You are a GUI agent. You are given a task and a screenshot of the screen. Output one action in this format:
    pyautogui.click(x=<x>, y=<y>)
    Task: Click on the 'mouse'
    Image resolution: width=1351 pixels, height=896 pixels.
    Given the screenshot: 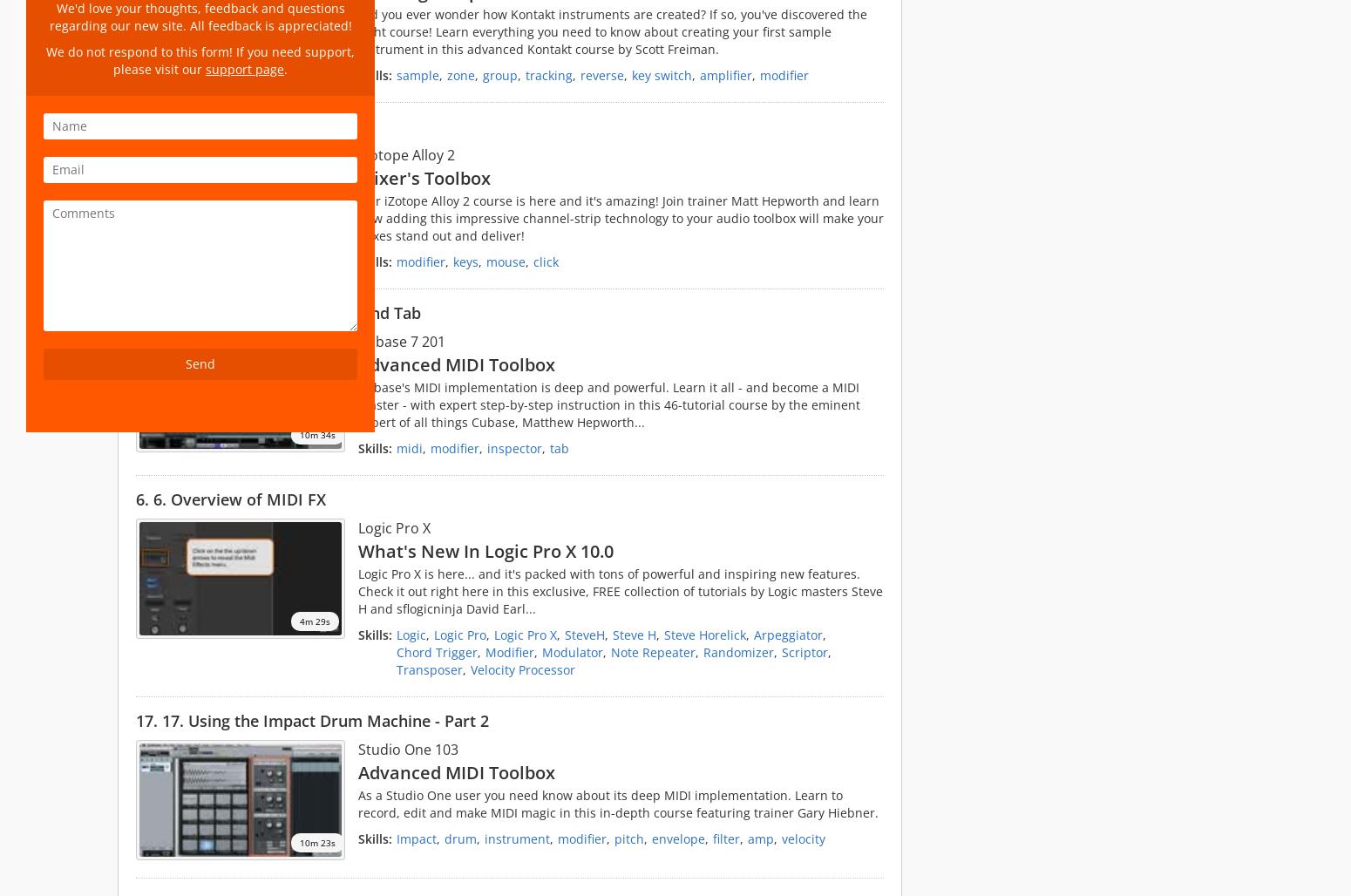 What is the action you would take?
    pyautogui.click(x=506, y=261)
    